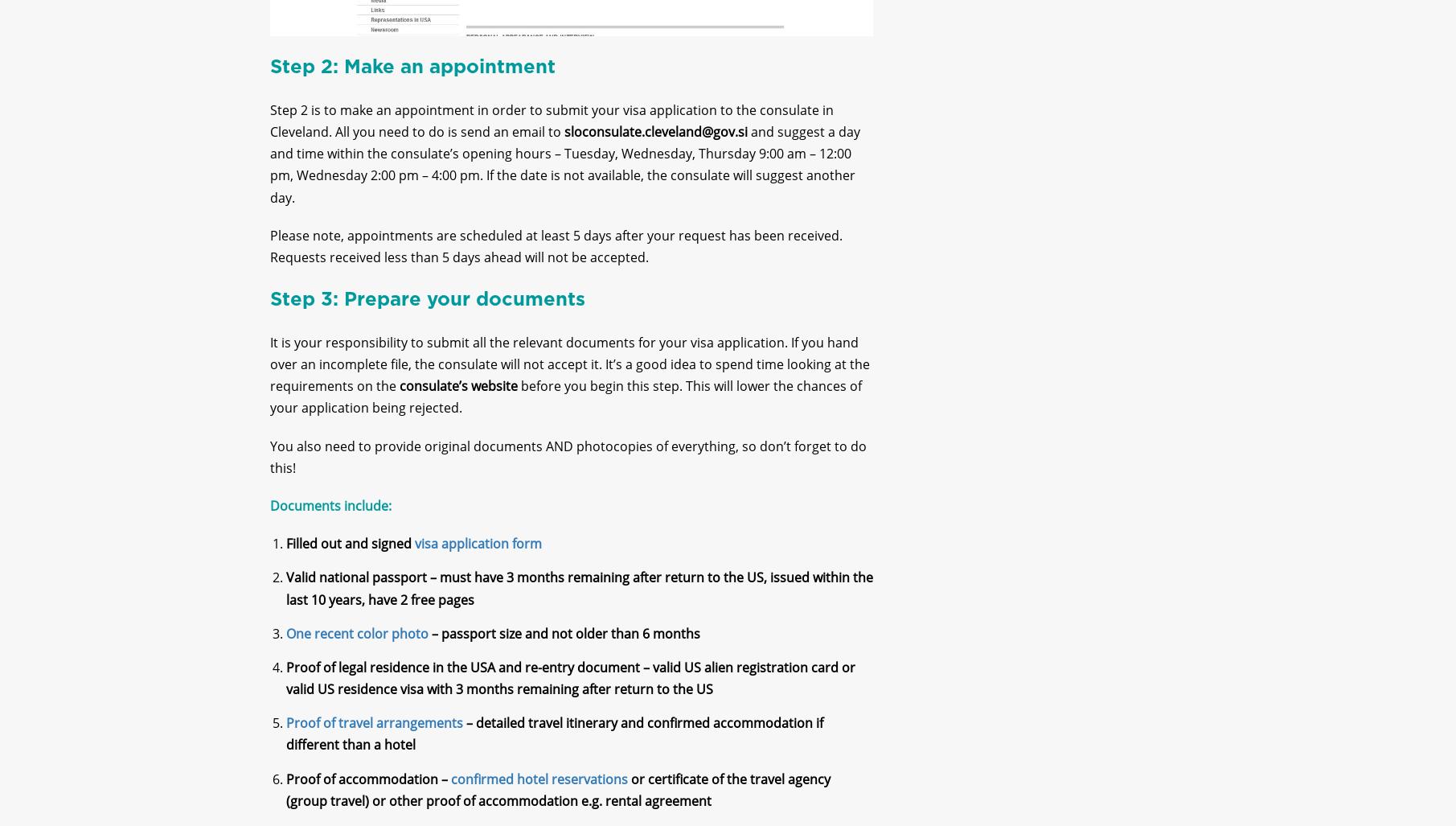  What do you see at coordinates (557, 802) in the screenshot?
I see `'or certificate of the travel agency (group travel) or other proof of accommodation e.g. rental agreement'` at bounding box center [557, 802].